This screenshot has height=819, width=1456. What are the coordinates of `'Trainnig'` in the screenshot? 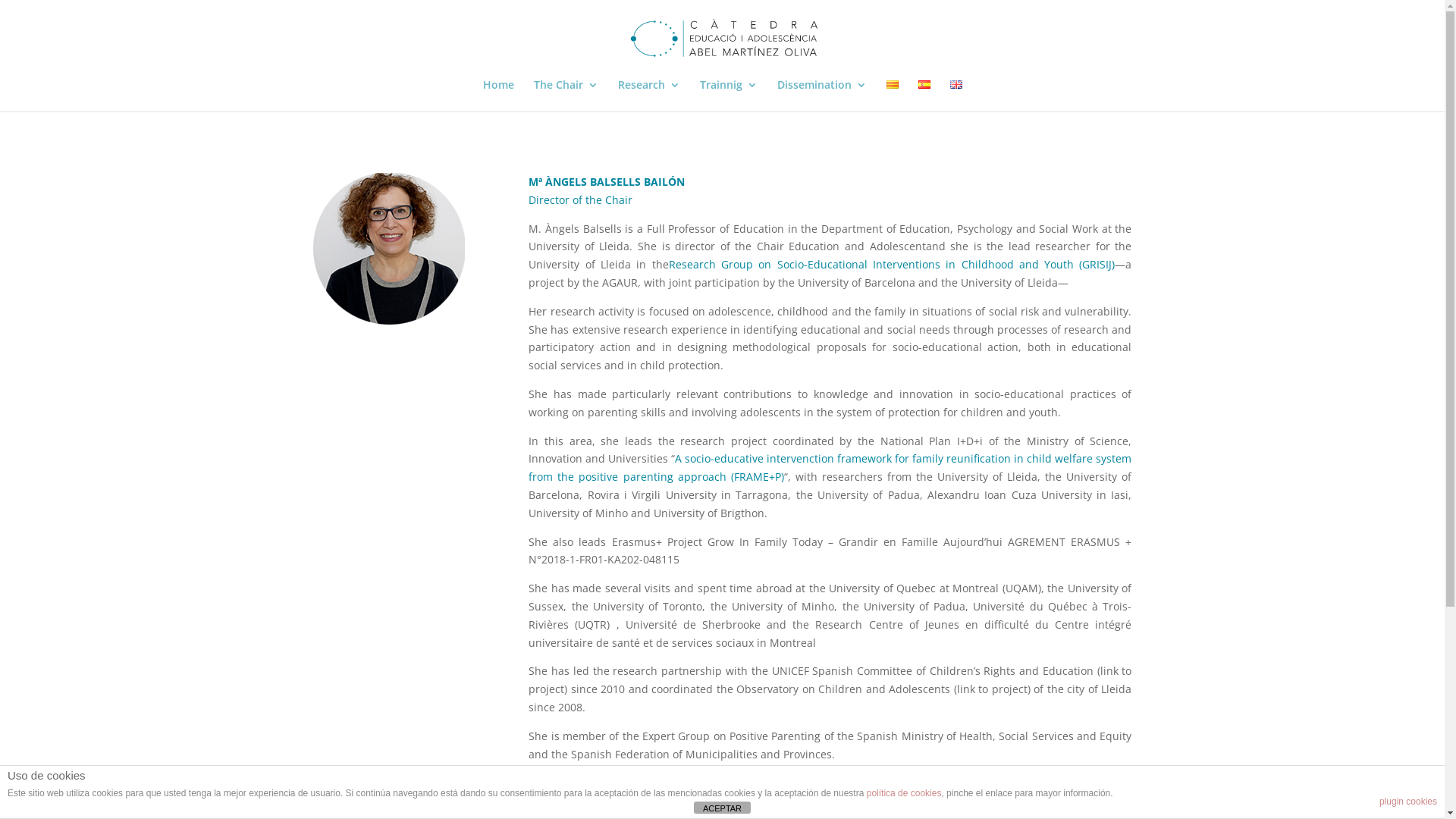 It's located at (728, 96).